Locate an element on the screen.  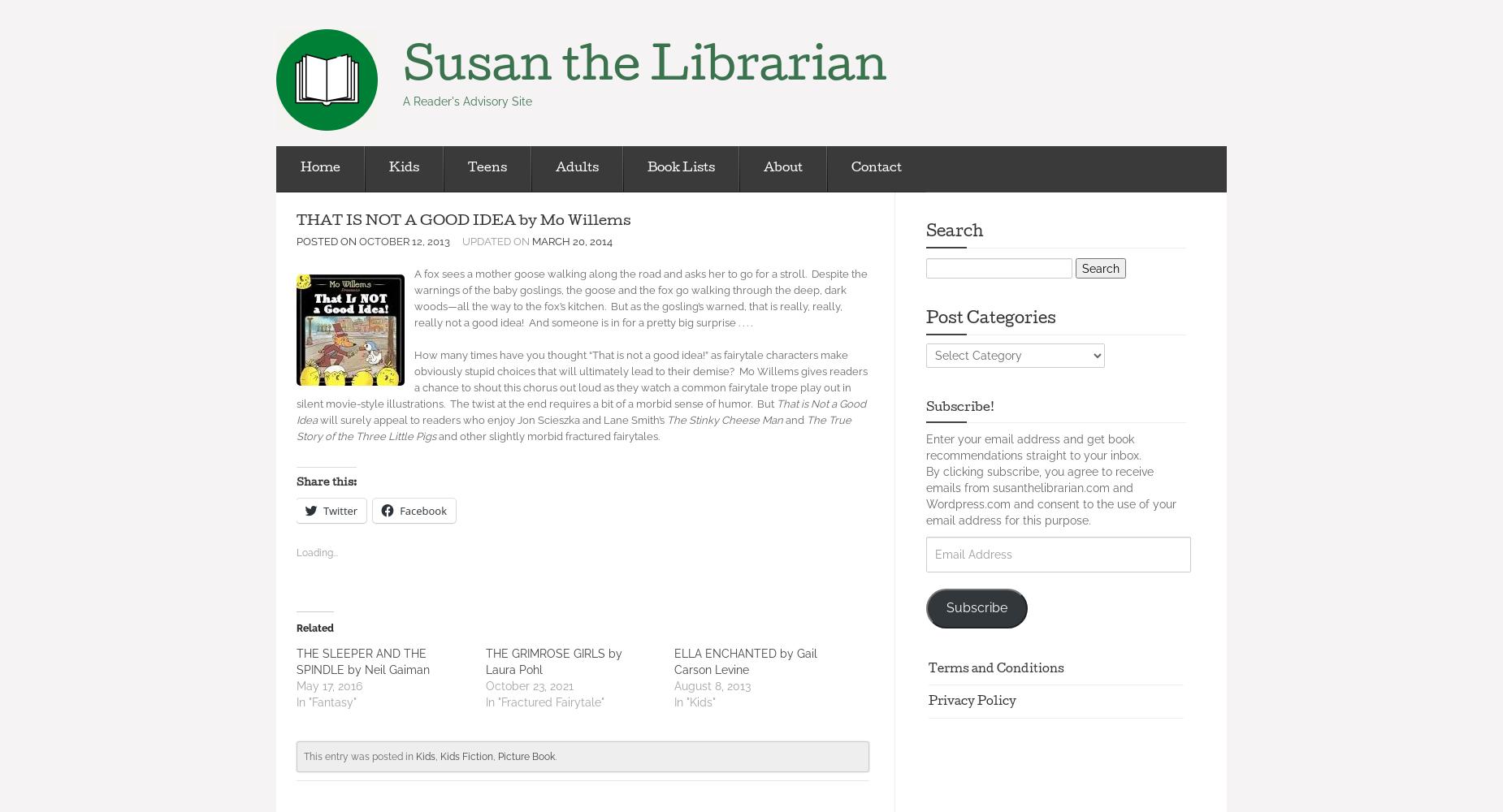
'Subscribe' is located at coordinates (975, 607).